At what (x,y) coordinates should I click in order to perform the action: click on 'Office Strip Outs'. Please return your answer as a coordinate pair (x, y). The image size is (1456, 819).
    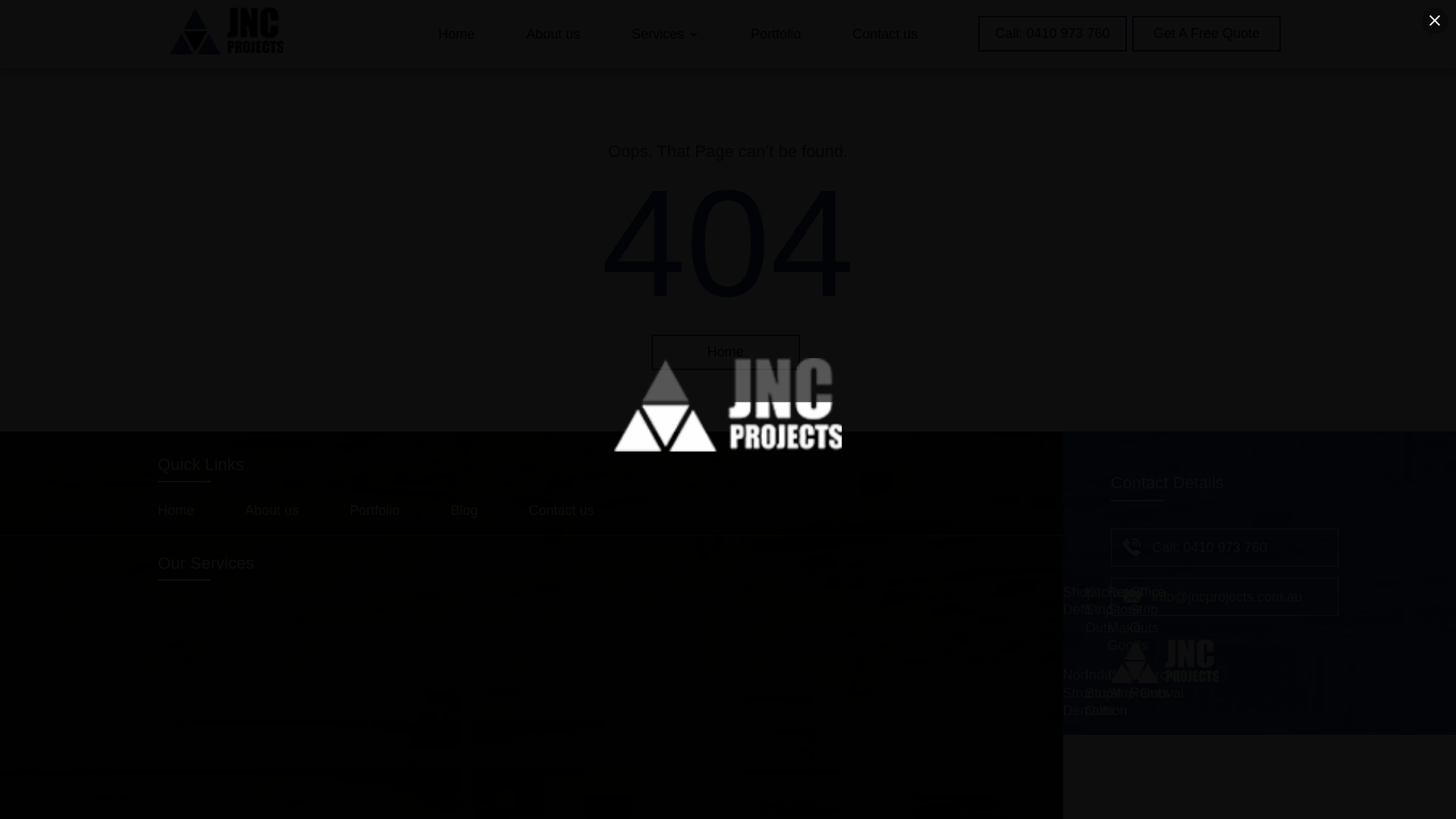
    Looking at the image, I should click on (1147, 623).